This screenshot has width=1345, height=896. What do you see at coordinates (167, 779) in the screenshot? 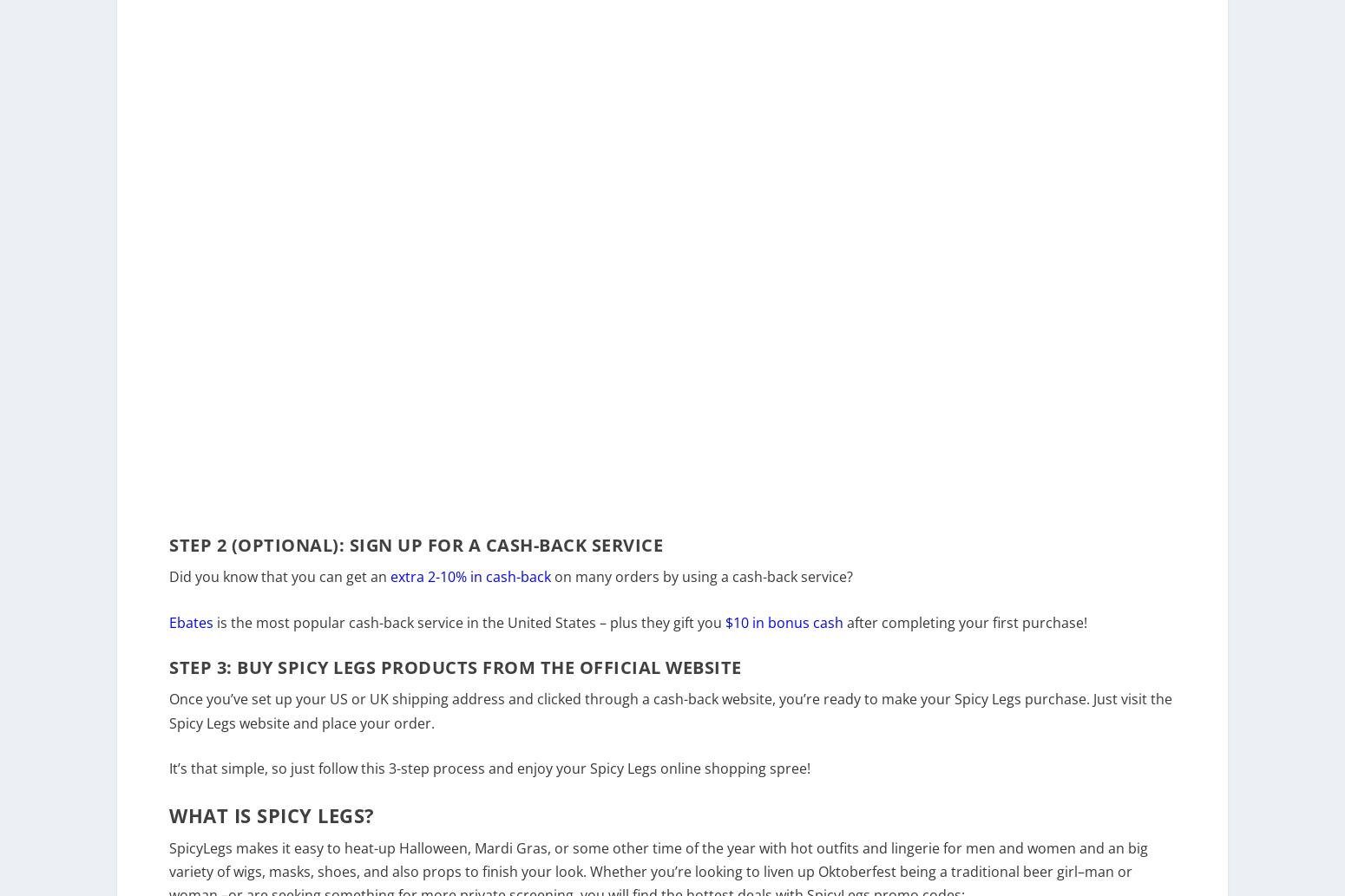
I see `'It’s that simple, so just follow this 3-step process and enjoy your Spicy Legs online shopping spree!'` at bounding box center [167, 779].